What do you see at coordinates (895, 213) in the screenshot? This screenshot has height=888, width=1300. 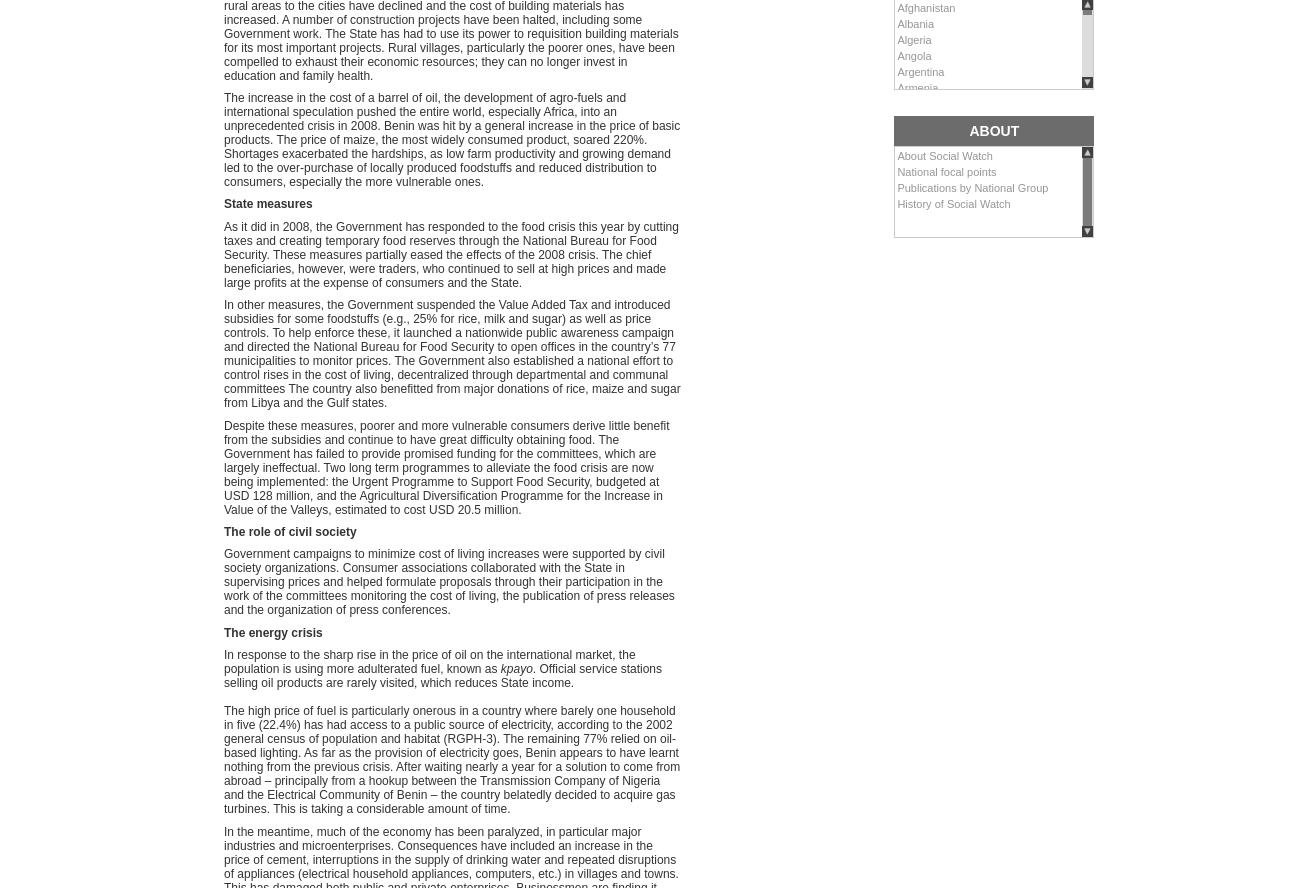 I see `'Bulgaria'` at bounding box center [895, 213].